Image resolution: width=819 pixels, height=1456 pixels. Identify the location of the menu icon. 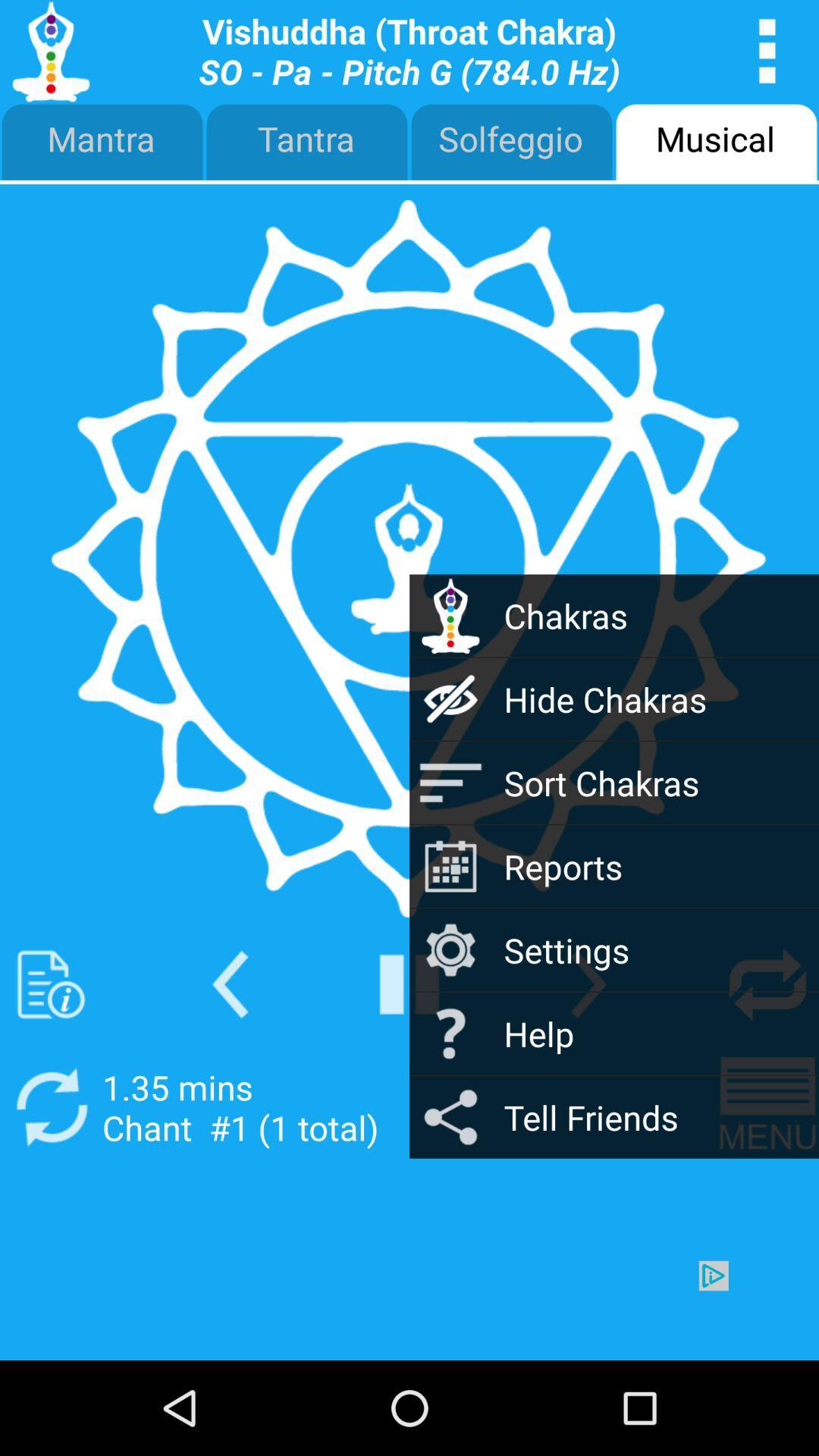
(767, 1184).